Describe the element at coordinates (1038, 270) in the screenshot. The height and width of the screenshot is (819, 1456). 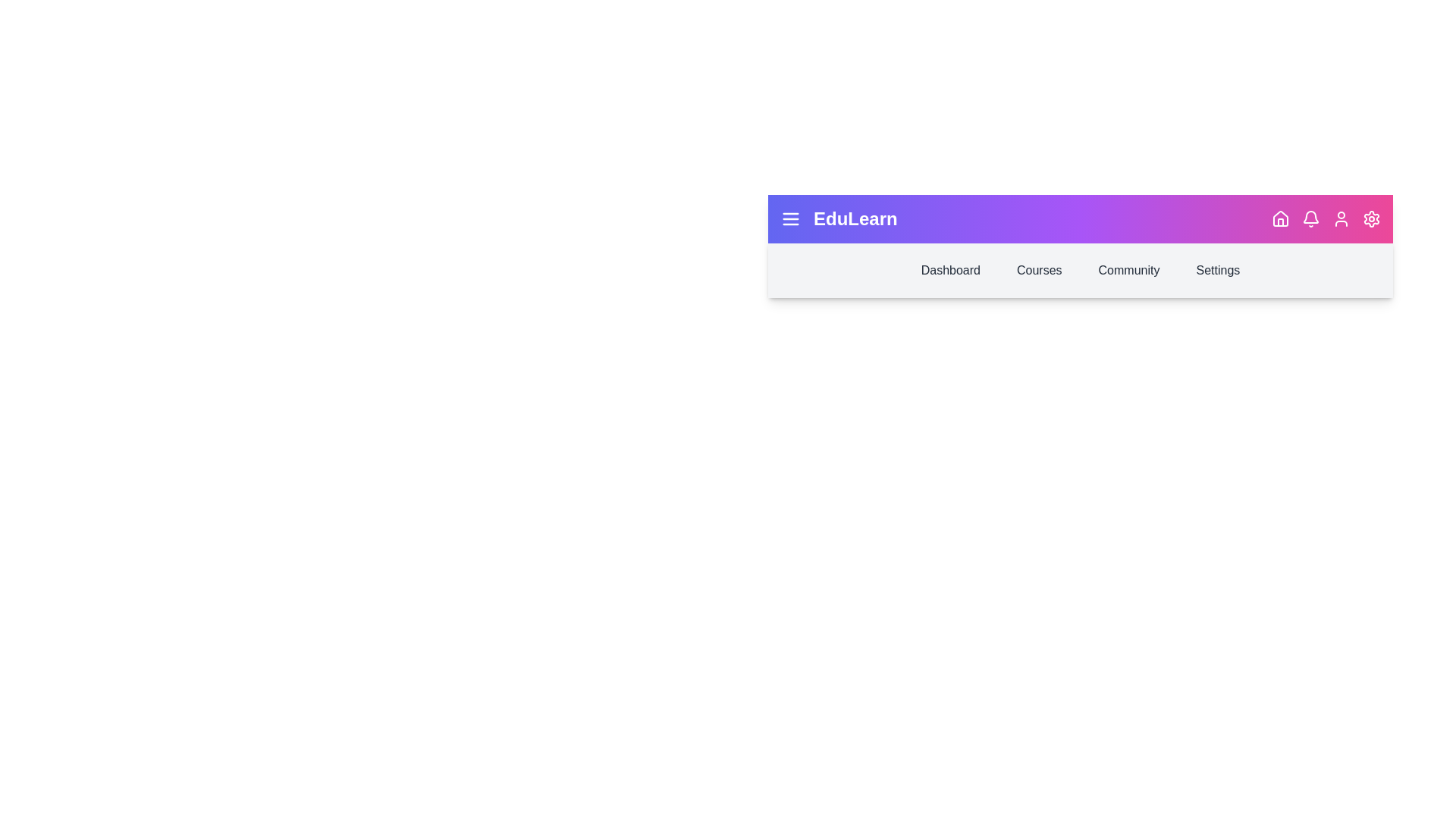
I see `the Courses navigation link in the header` at that location.